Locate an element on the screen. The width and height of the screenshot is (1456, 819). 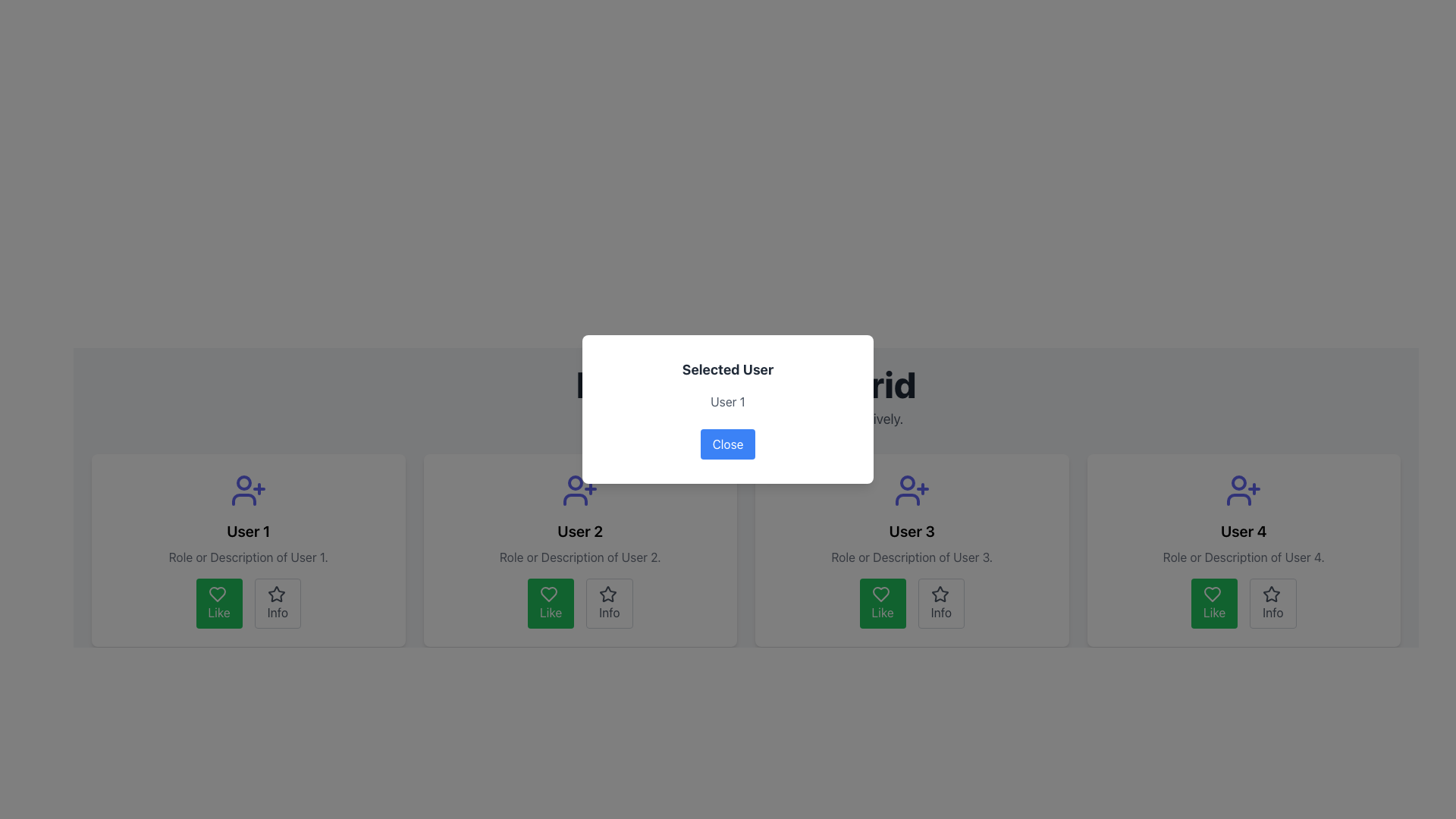
the user avatar icon with a plus symbol, styled in indigo color, located above the text 'User 3' within the card is located at coordinates (911, 491).